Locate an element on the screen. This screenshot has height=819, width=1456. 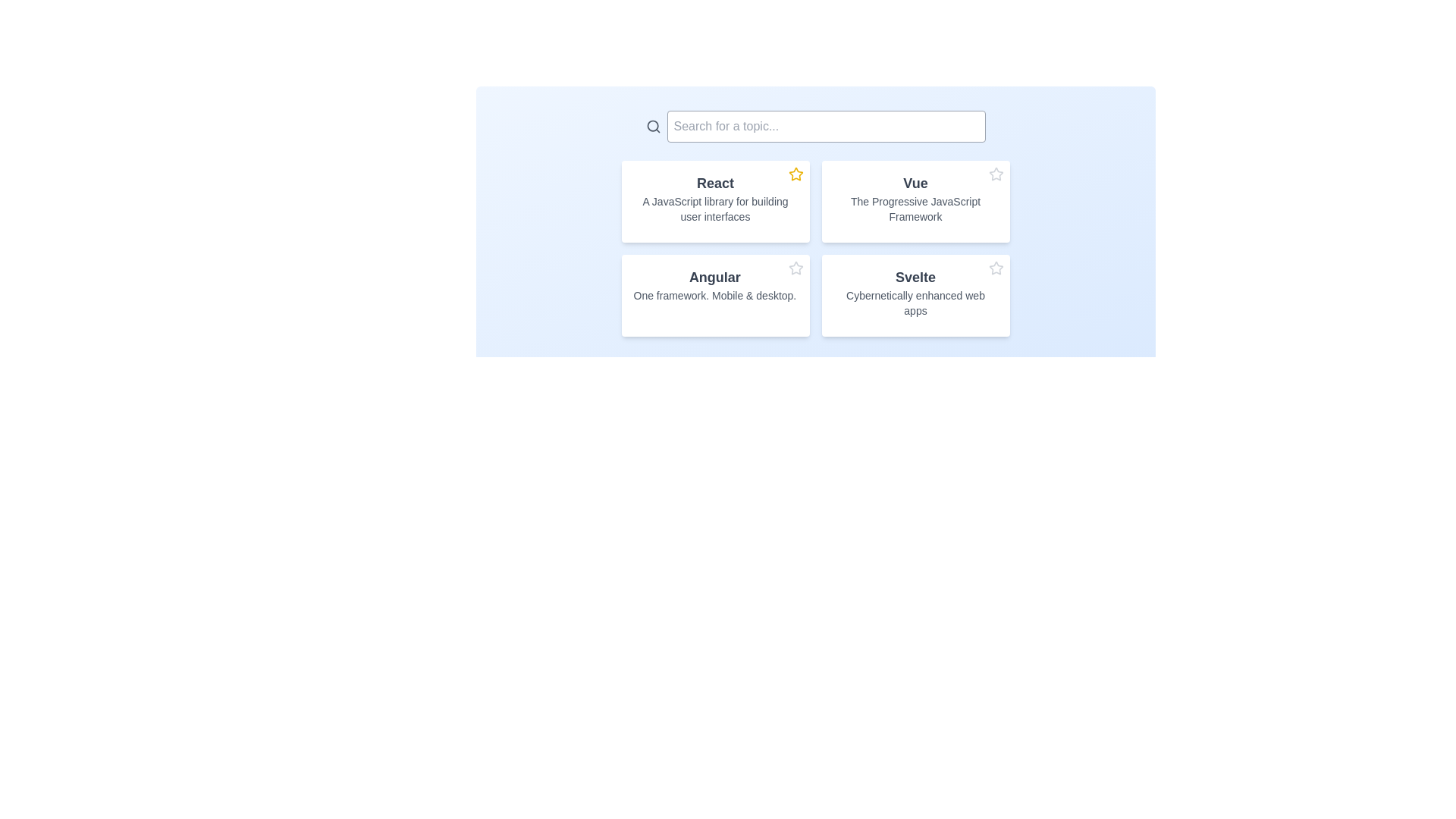
information provided by the title and subtitle Text block describing the Vue framework, which is located in the second column of the layout's first row, next to the 'React' card is located at coordinates (915, 198).